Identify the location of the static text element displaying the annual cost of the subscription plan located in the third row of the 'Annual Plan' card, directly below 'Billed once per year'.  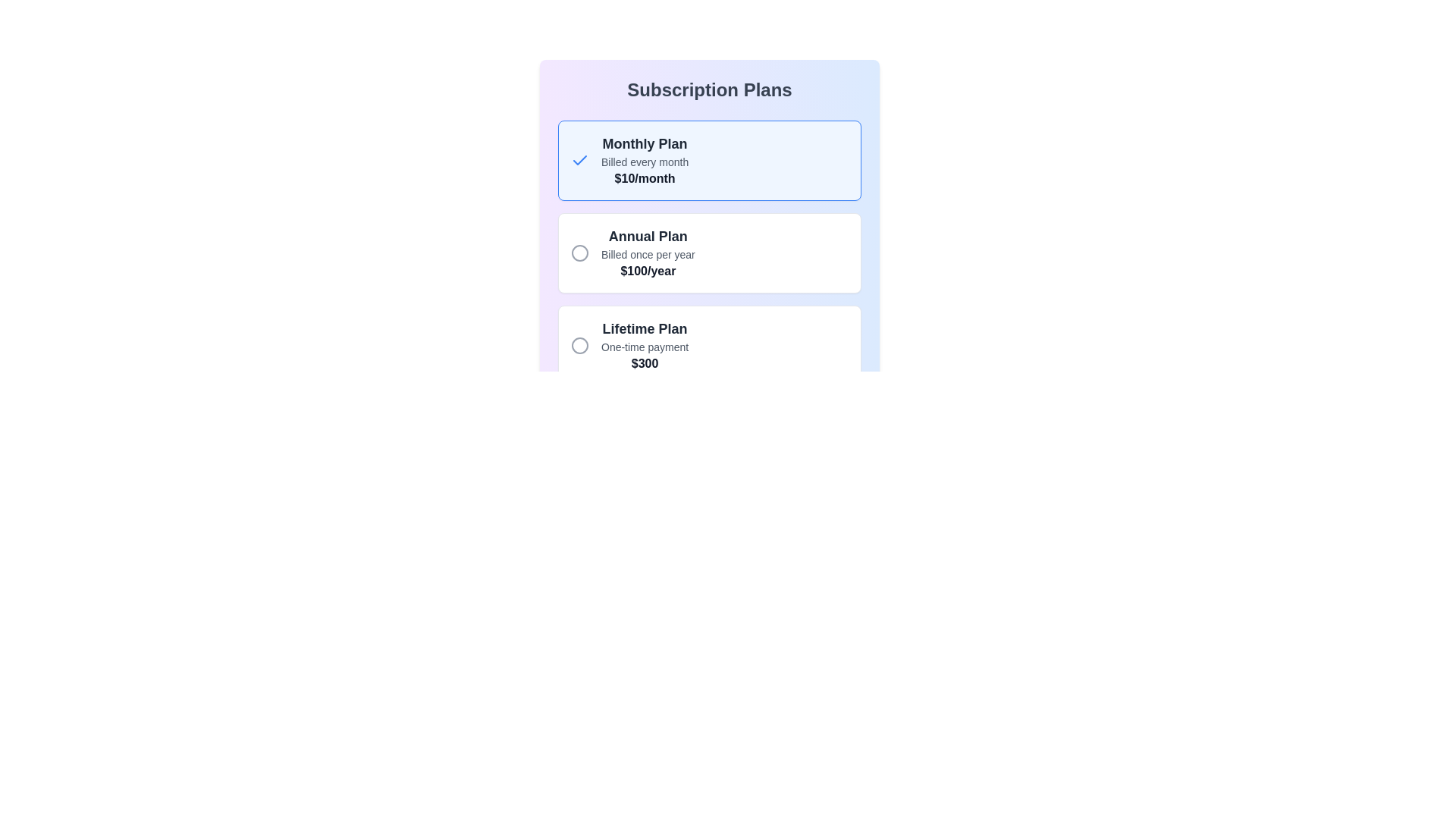
(648, 271).